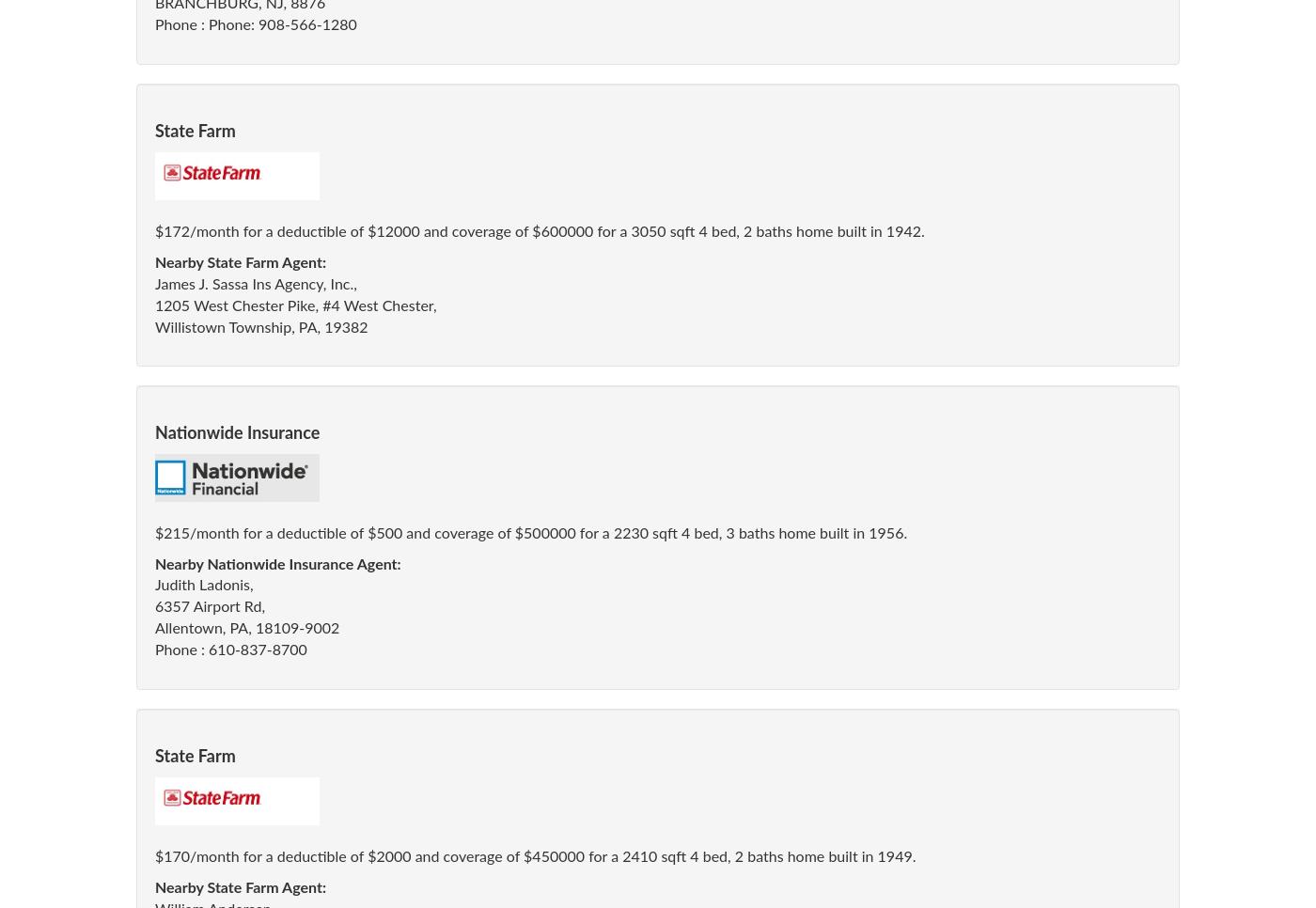  What do you see at coordinates (256, 24) in the screenshot?
I see `'Phone : Phone: 908-566-1280'` at bounding box center [256, 24].